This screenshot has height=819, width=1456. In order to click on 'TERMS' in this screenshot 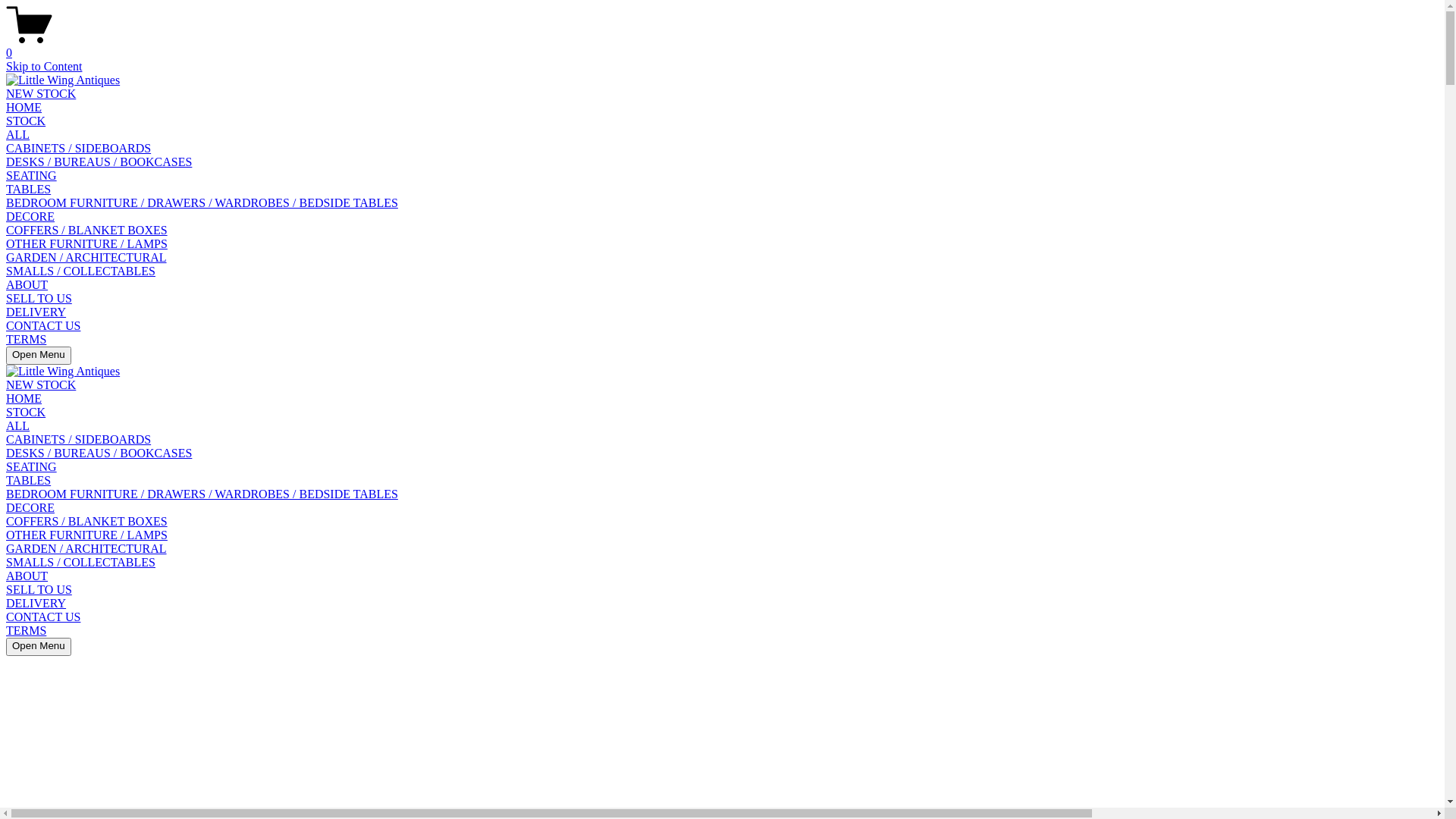, I will do `click(6, 630)`.